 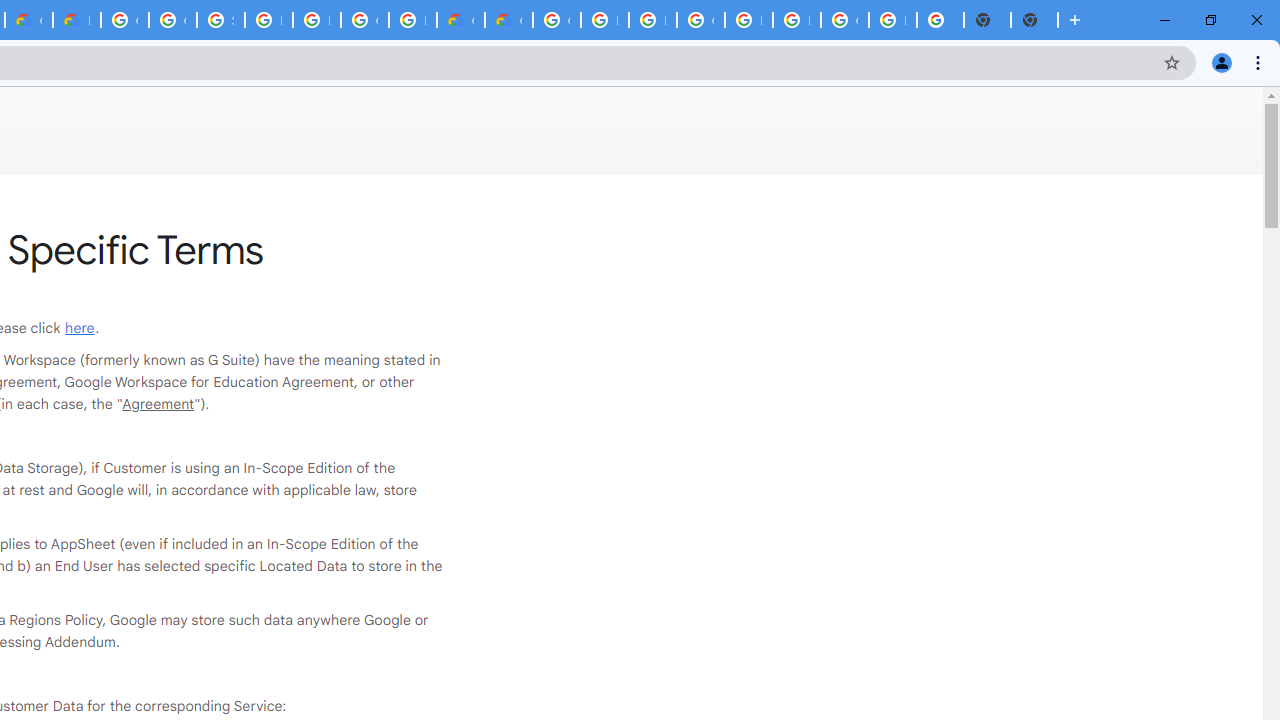 I want to click on 'New Tab', so click(x=1034, y=20).